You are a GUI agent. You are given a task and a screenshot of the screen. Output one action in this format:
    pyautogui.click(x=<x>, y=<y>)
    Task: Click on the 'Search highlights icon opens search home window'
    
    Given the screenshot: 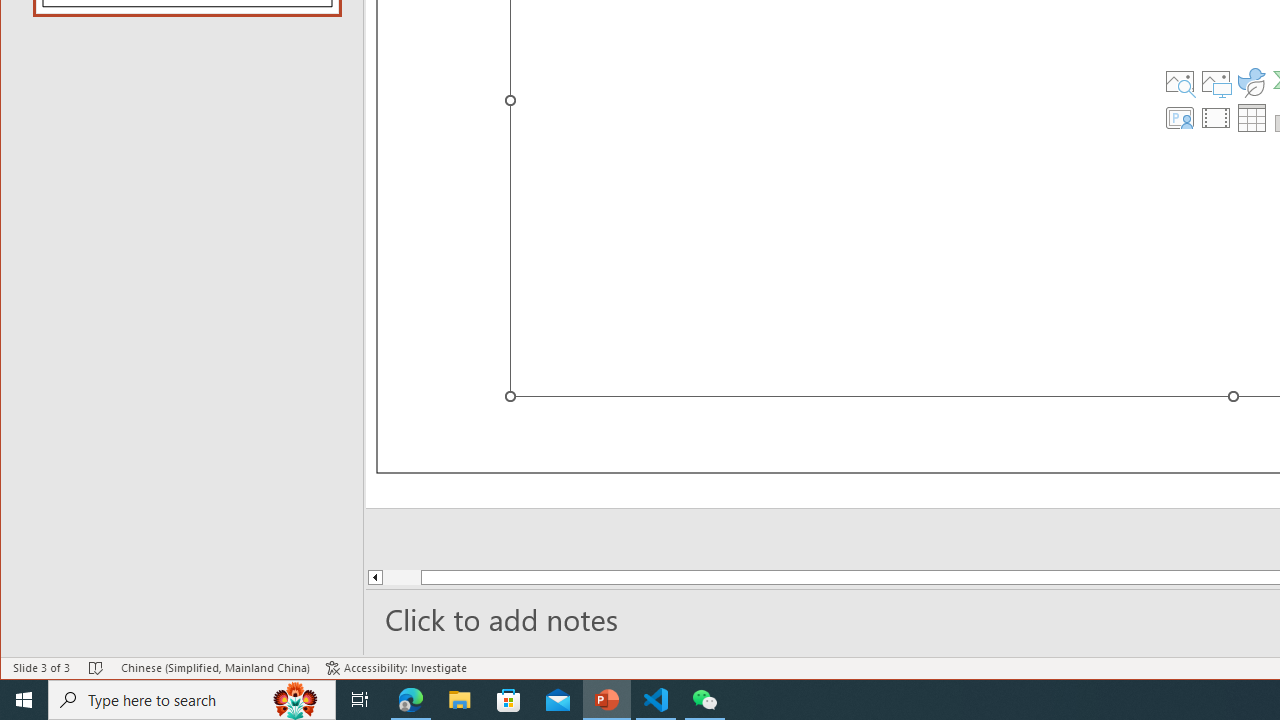 What is the action you would take?
    pyautogui.click(x=294, y=698)
    